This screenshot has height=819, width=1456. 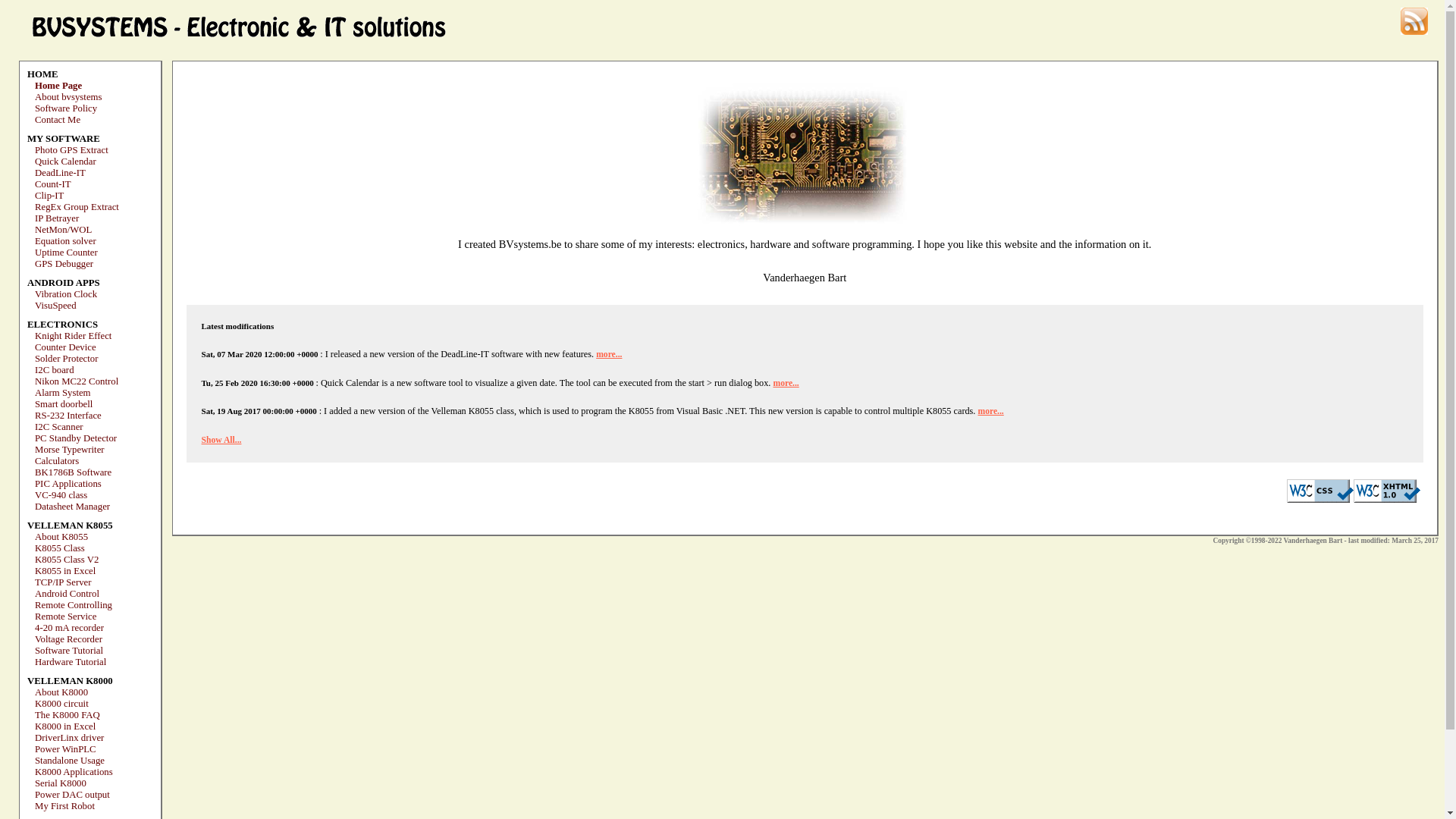 I want to click on 'The K8000 FAQ', so click(x=67, y=714).